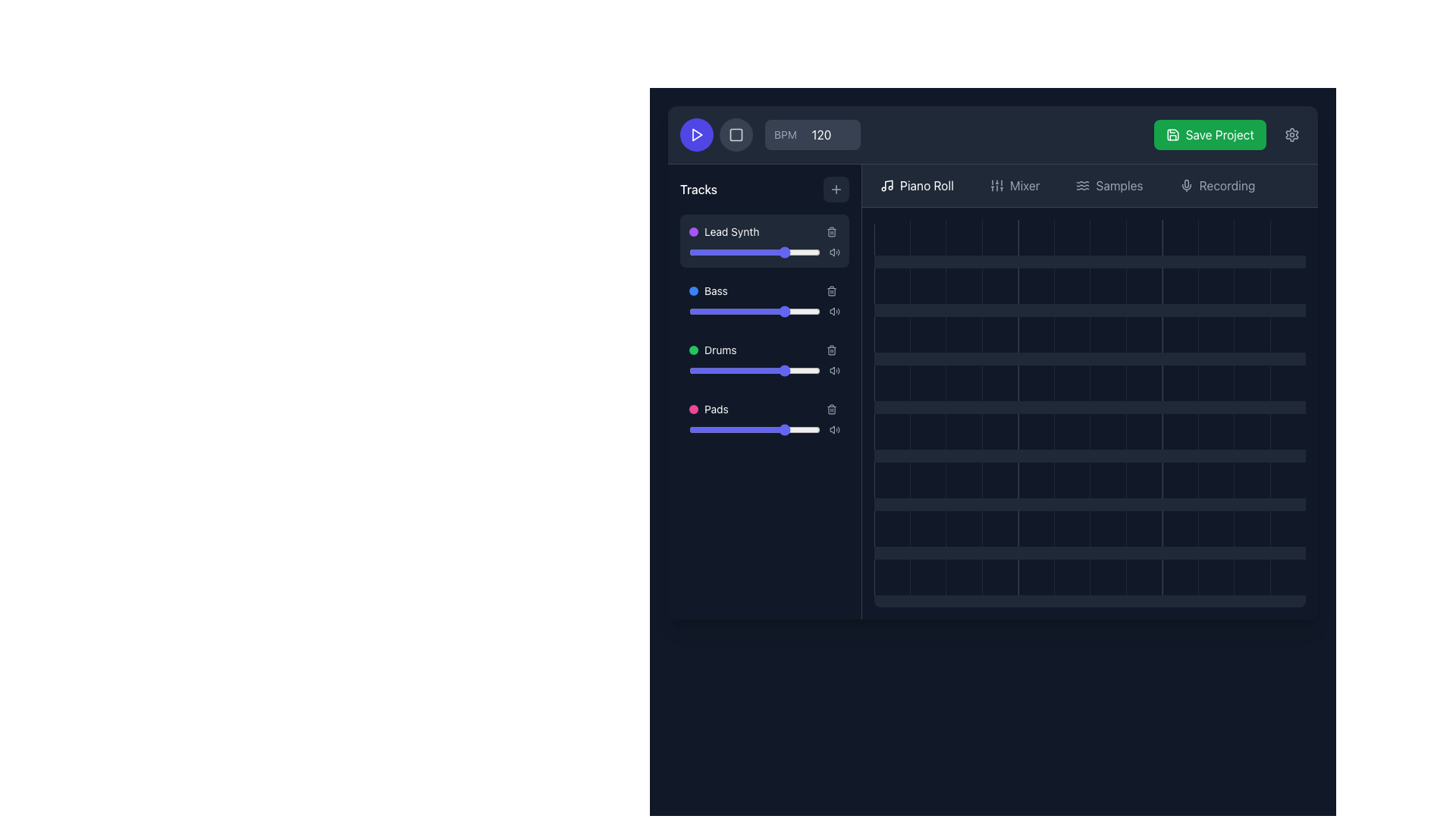  I want to click on the interactive tile located at the bottom-right corner of the grid layout, so click(1287, 577).